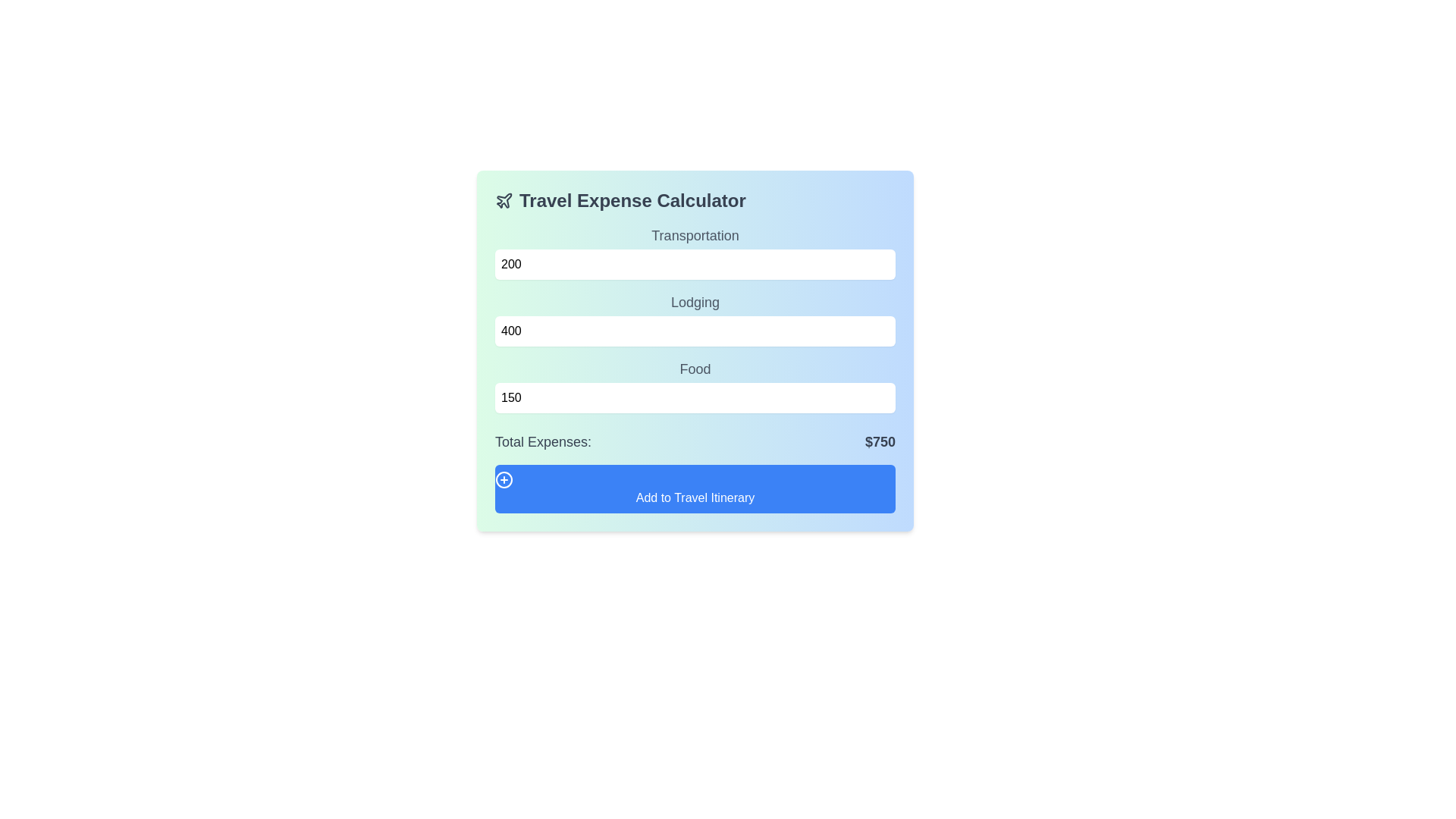 This screenshot has height=819, width=1456. What do you see at coordinates (694, 385) in the screenshot?
I see `the numeric input field for the 'Food' expense category in the Travel Expense Calculator to focus on it` at bounding box center [694, 385].